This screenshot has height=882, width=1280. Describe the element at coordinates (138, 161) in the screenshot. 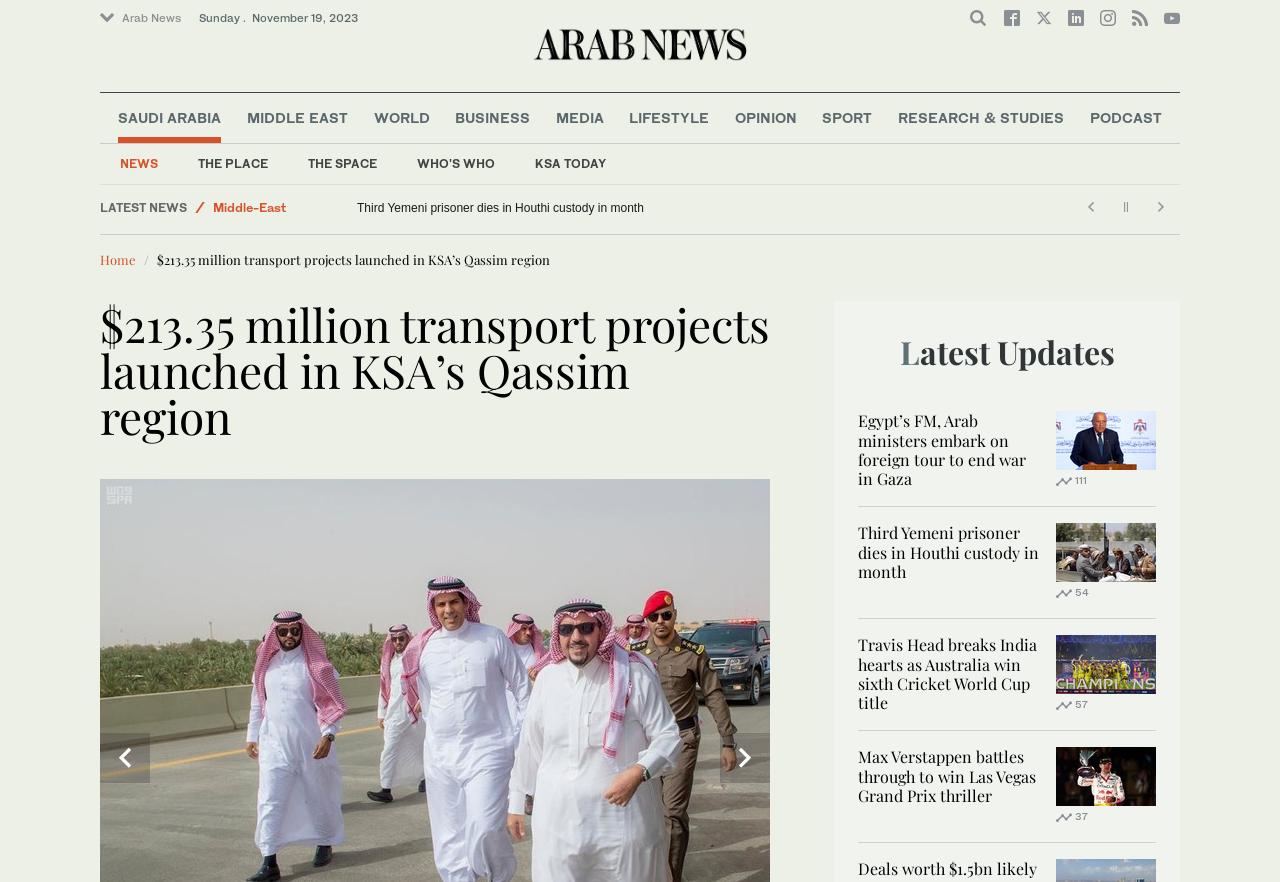

I see `'News'` at that location.